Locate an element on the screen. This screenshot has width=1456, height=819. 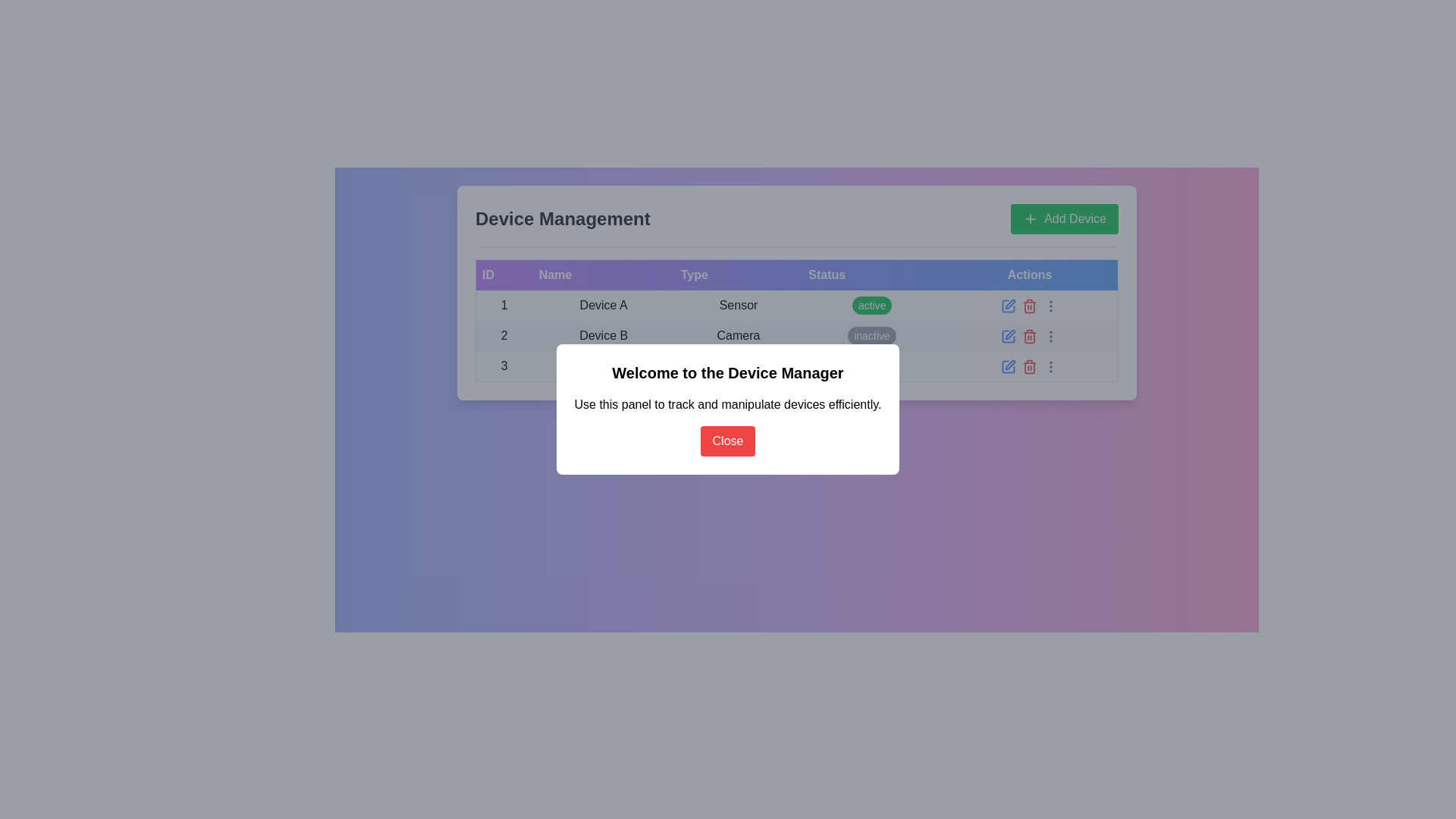
the red trash can icon button in the Actions column of the second row is located at coordinates (1030, 335).